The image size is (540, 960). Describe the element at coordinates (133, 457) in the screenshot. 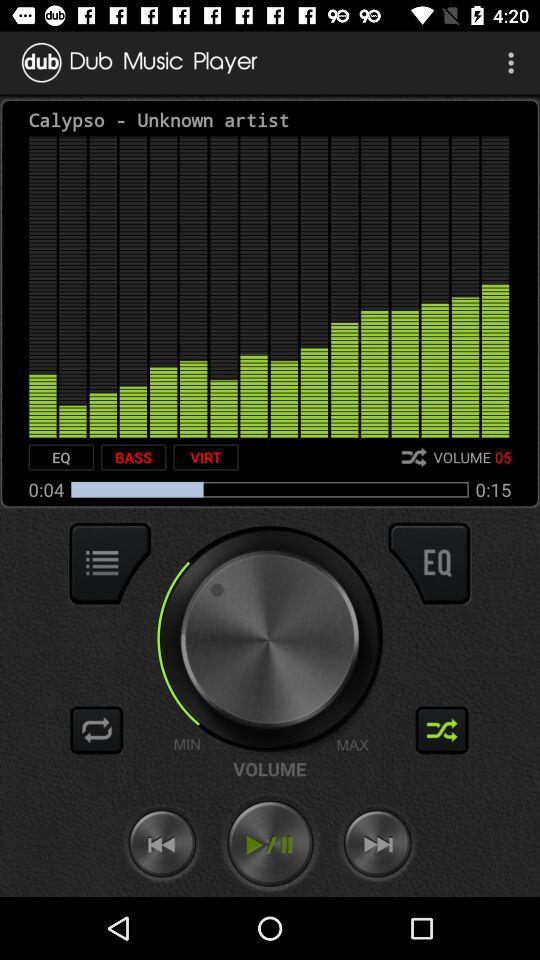

I see `the  bass` at that location.